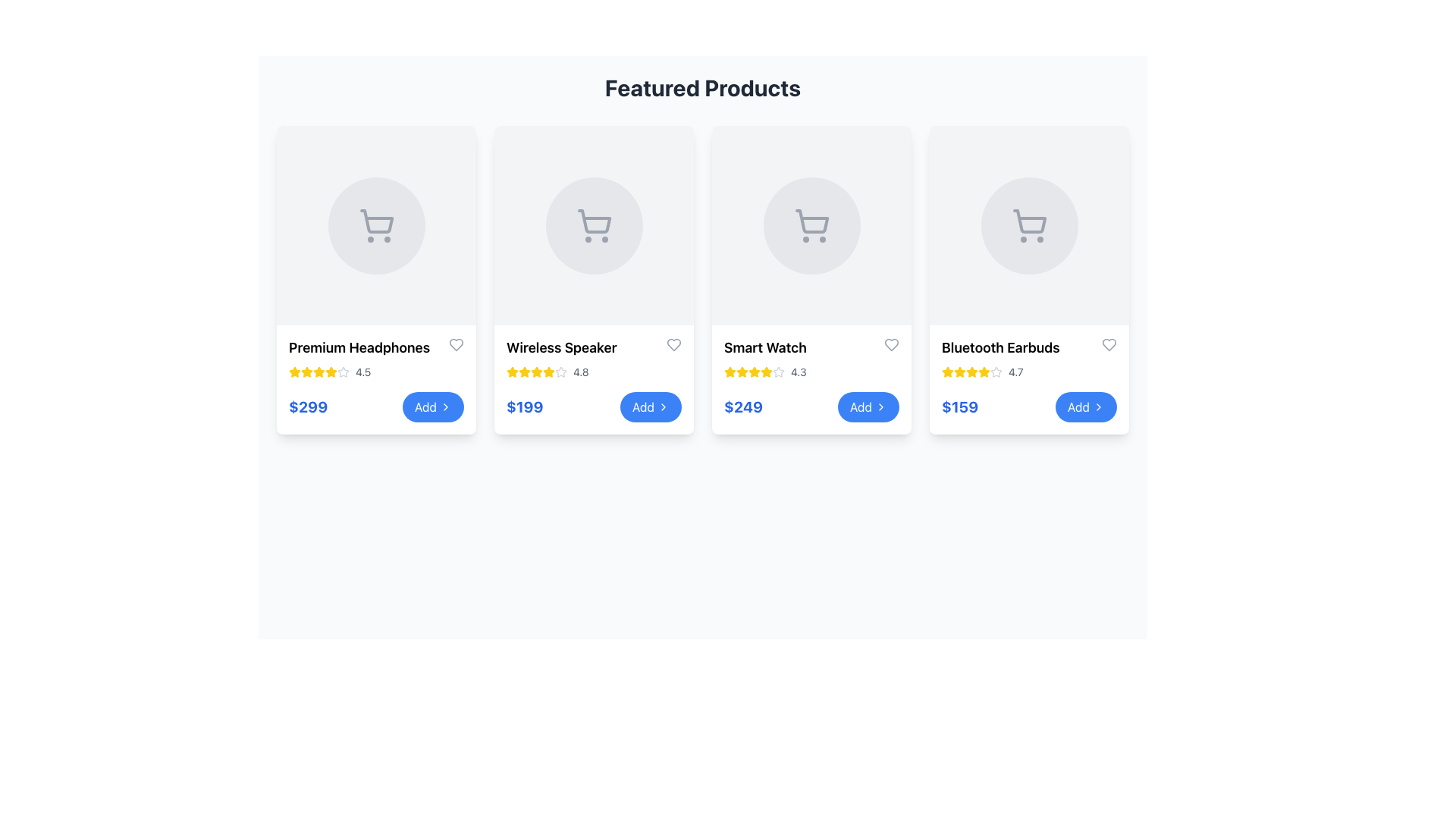  Describe the element at coordinates (294, 372) in the screenshot. I see `the yellow star-shaped icon representing the graphical star symbol located in the 'Premium Headphones' product card, positioned next to the textual rating indicator at the top-left corner of the card's bottom section` at that location.